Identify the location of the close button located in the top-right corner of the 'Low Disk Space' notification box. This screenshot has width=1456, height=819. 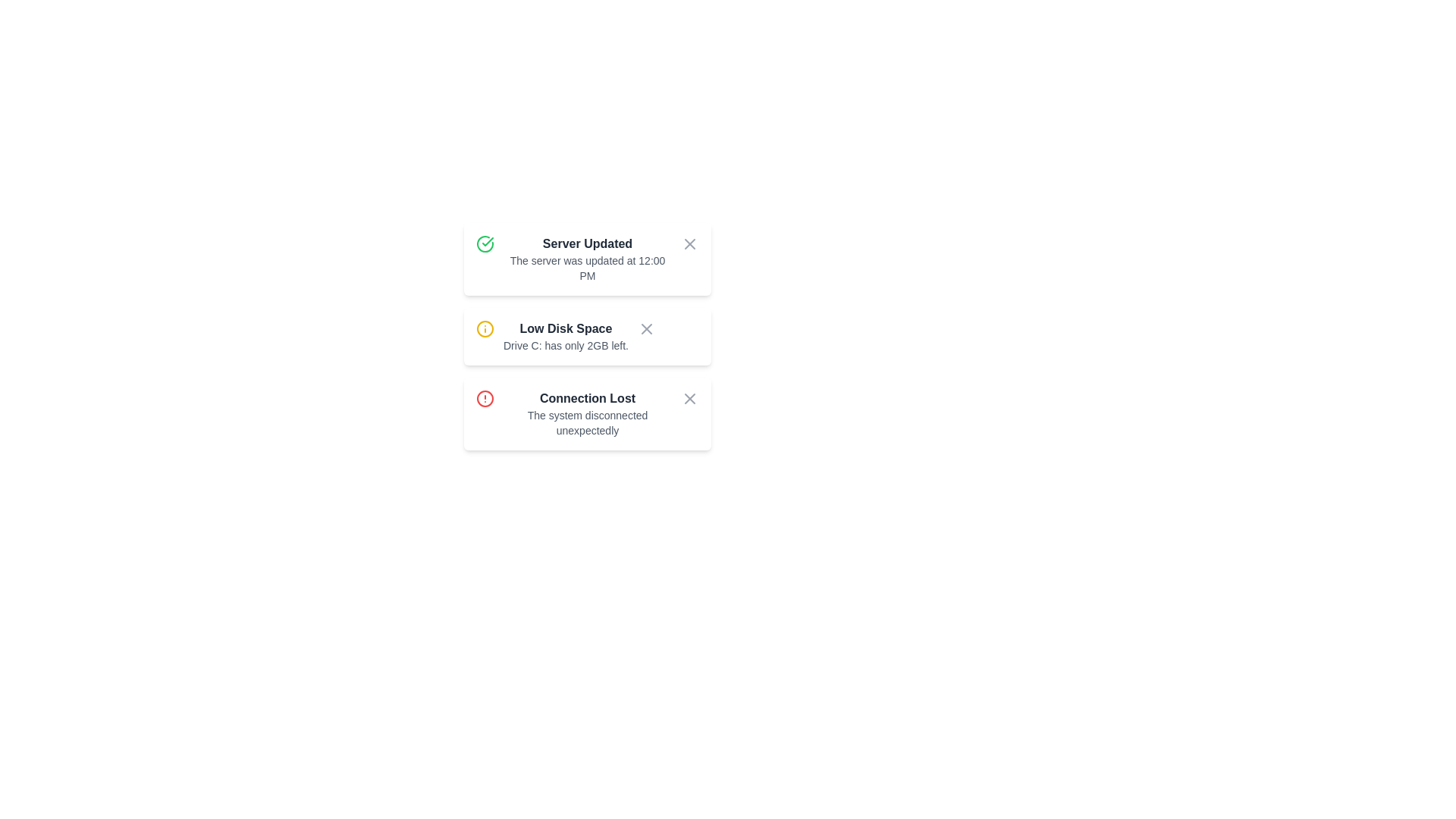
(646, 328).